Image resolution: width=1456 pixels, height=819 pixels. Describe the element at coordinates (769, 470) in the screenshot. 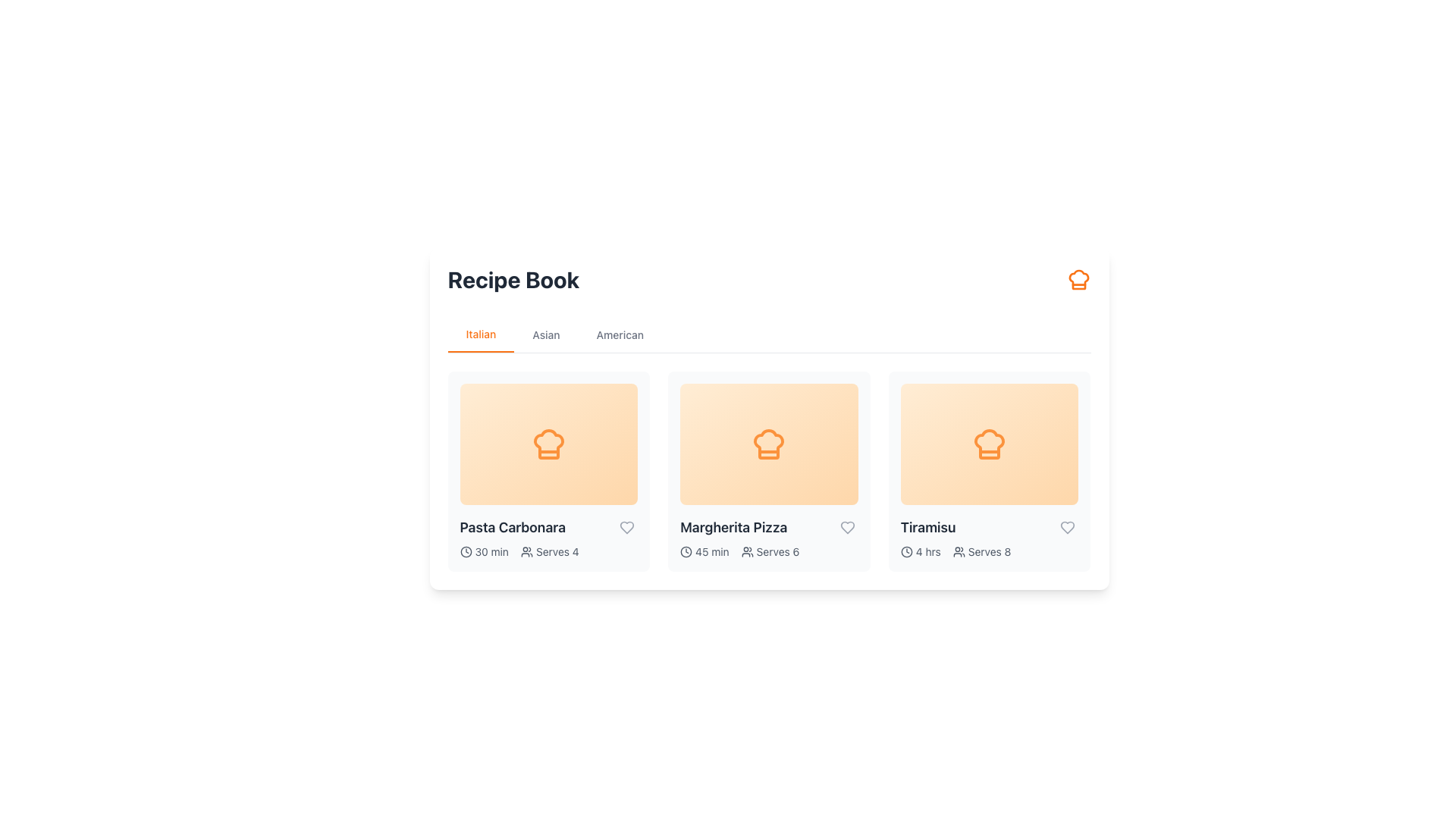

I see `preparation and serving details of the 'Margherita Pizza' card, which is the second card in a three-column grid layout` at that location.